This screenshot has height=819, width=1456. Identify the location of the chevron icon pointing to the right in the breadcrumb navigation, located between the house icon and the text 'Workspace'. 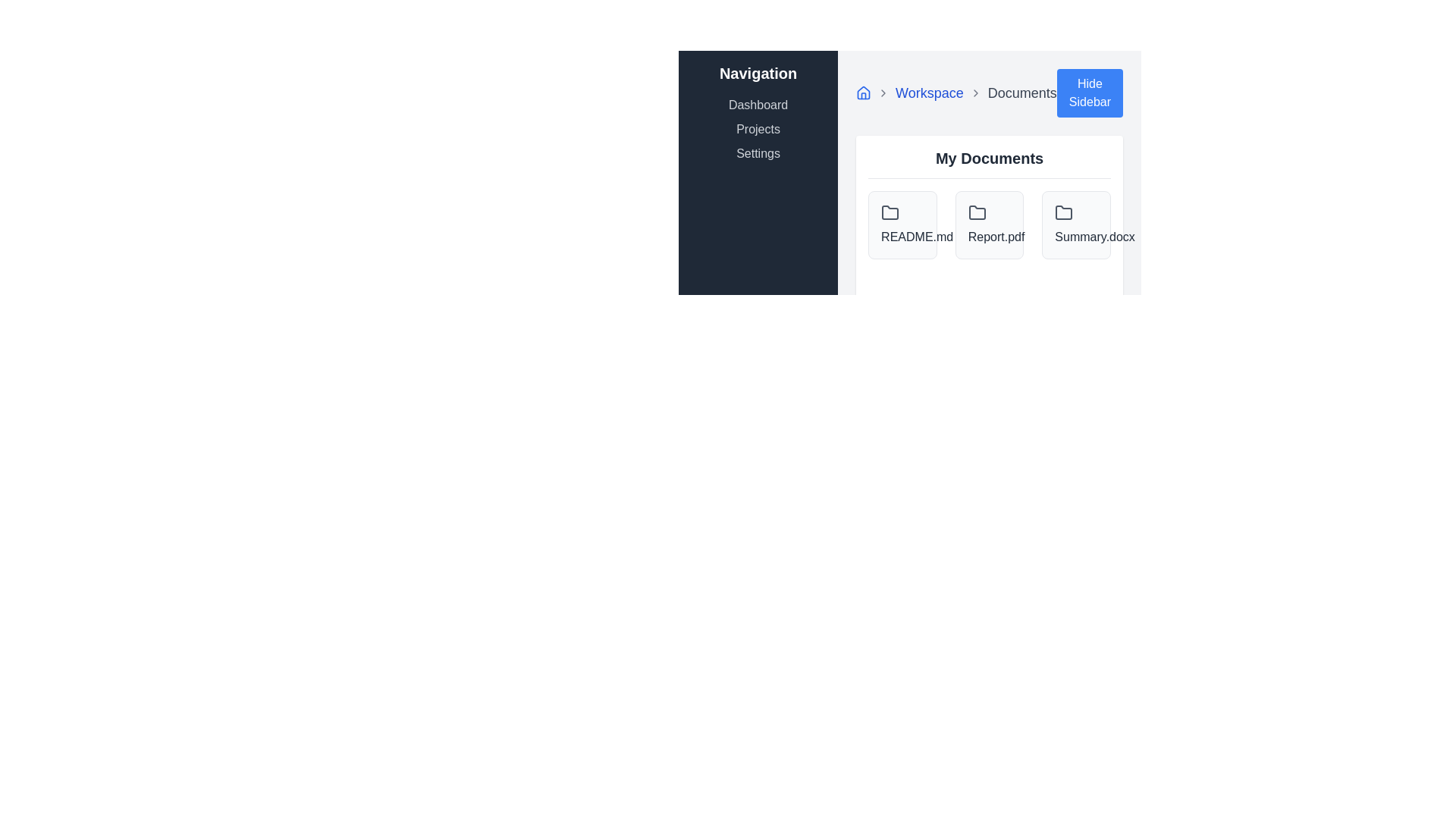
(883, 93).